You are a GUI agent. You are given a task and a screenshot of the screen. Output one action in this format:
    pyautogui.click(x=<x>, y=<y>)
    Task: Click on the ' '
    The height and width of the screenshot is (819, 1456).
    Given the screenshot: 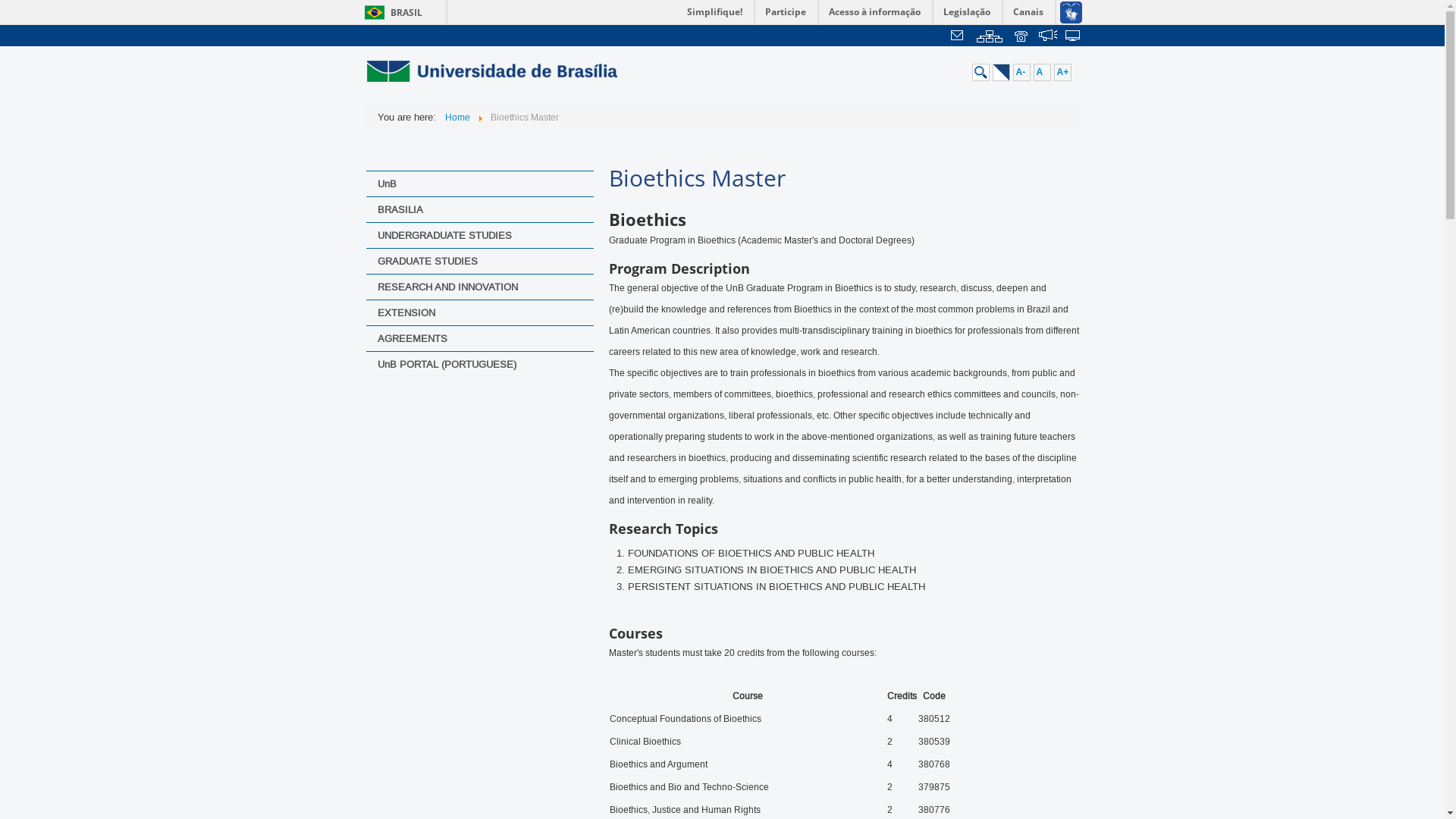 What is the action you would take?
    pyautogui.click(x=1022, y=36)
    